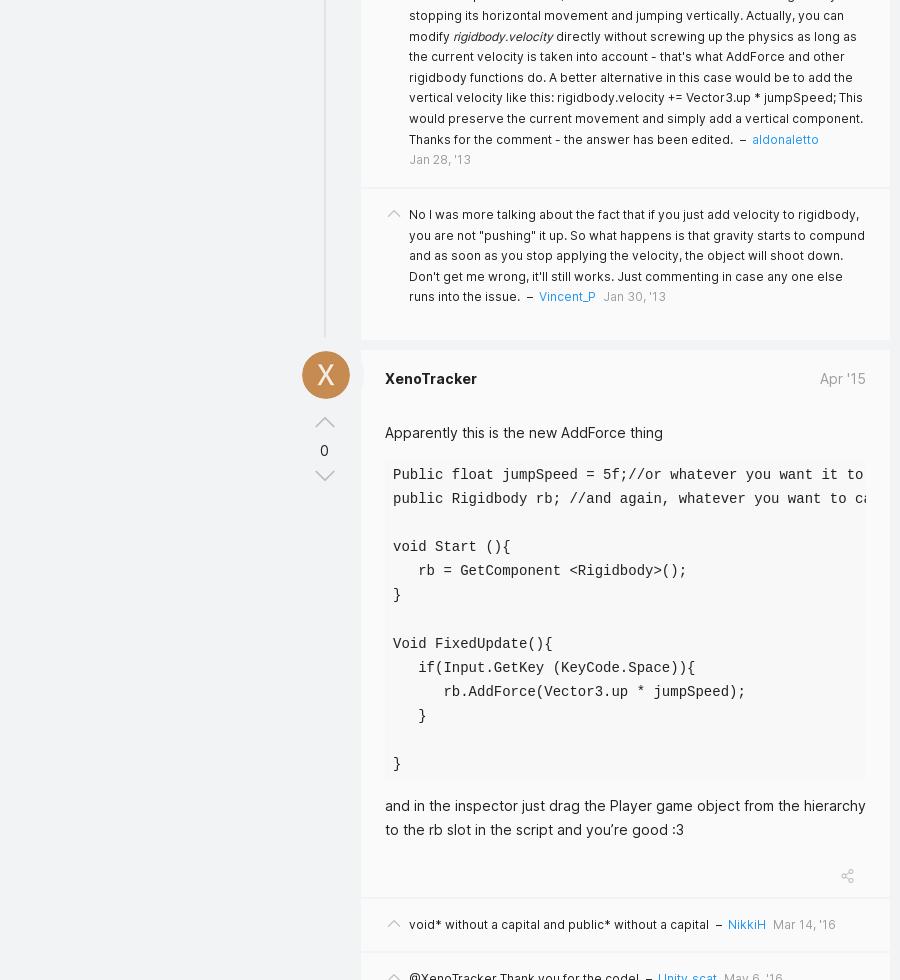  I want to click on 'directly without screwing up the physics as long as the current velocity is taken into account - that's what AddForce and other rigidbody functions do. A better alternative in this case would be to add the vertical velocity like this:     rigidbody.velocity += Vector3.up * jumpSpeed; This would preserve the current movement and simply add a vertical component. Thanks for the comment - the answer has been edited.', so click(636, 87).